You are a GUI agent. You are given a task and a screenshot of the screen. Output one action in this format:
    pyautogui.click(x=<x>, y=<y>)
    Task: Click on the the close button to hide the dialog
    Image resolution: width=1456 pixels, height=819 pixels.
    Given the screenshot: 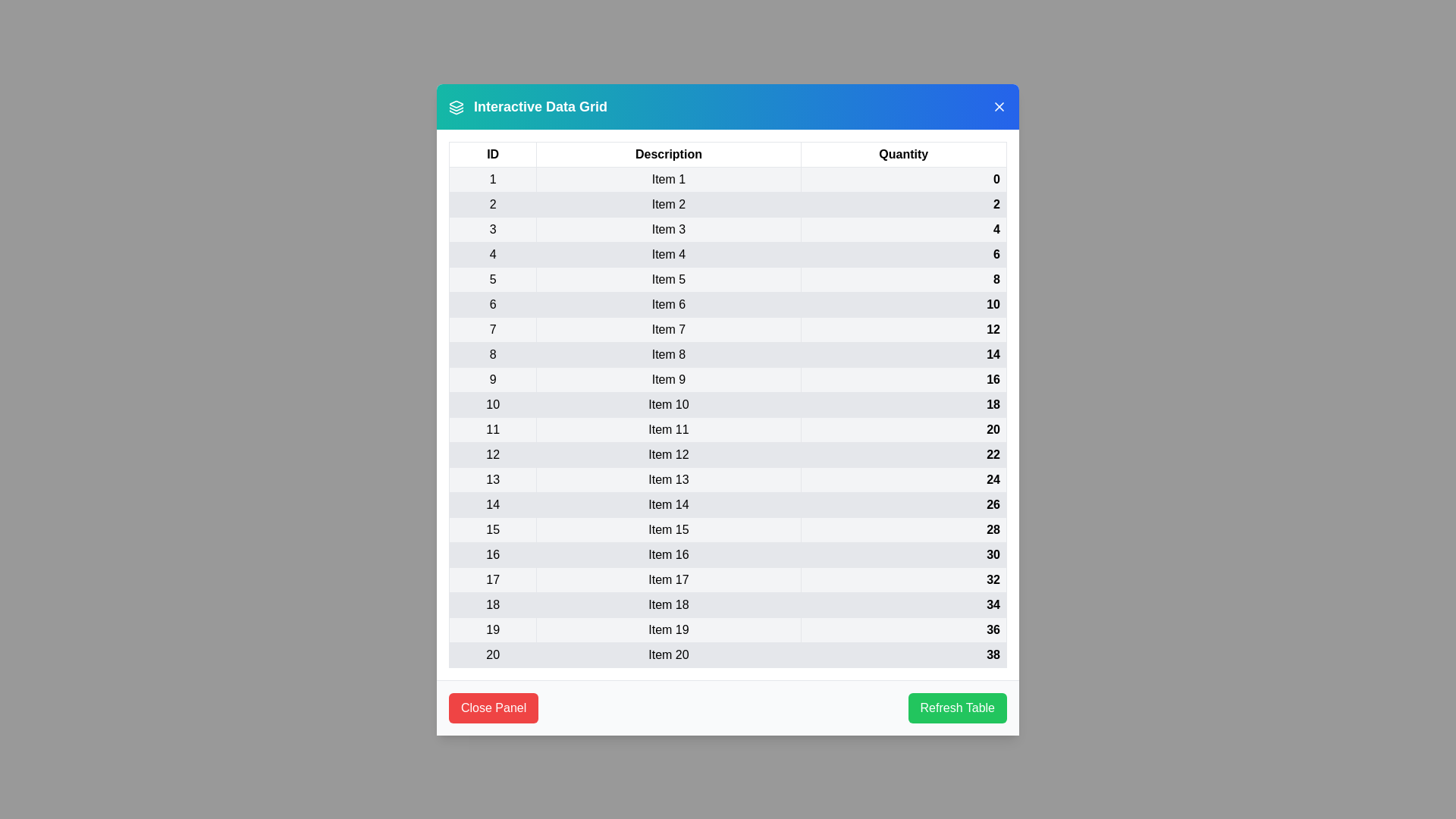 What is the action you would take?
    pyautogui.click(x=999, y=105)
    